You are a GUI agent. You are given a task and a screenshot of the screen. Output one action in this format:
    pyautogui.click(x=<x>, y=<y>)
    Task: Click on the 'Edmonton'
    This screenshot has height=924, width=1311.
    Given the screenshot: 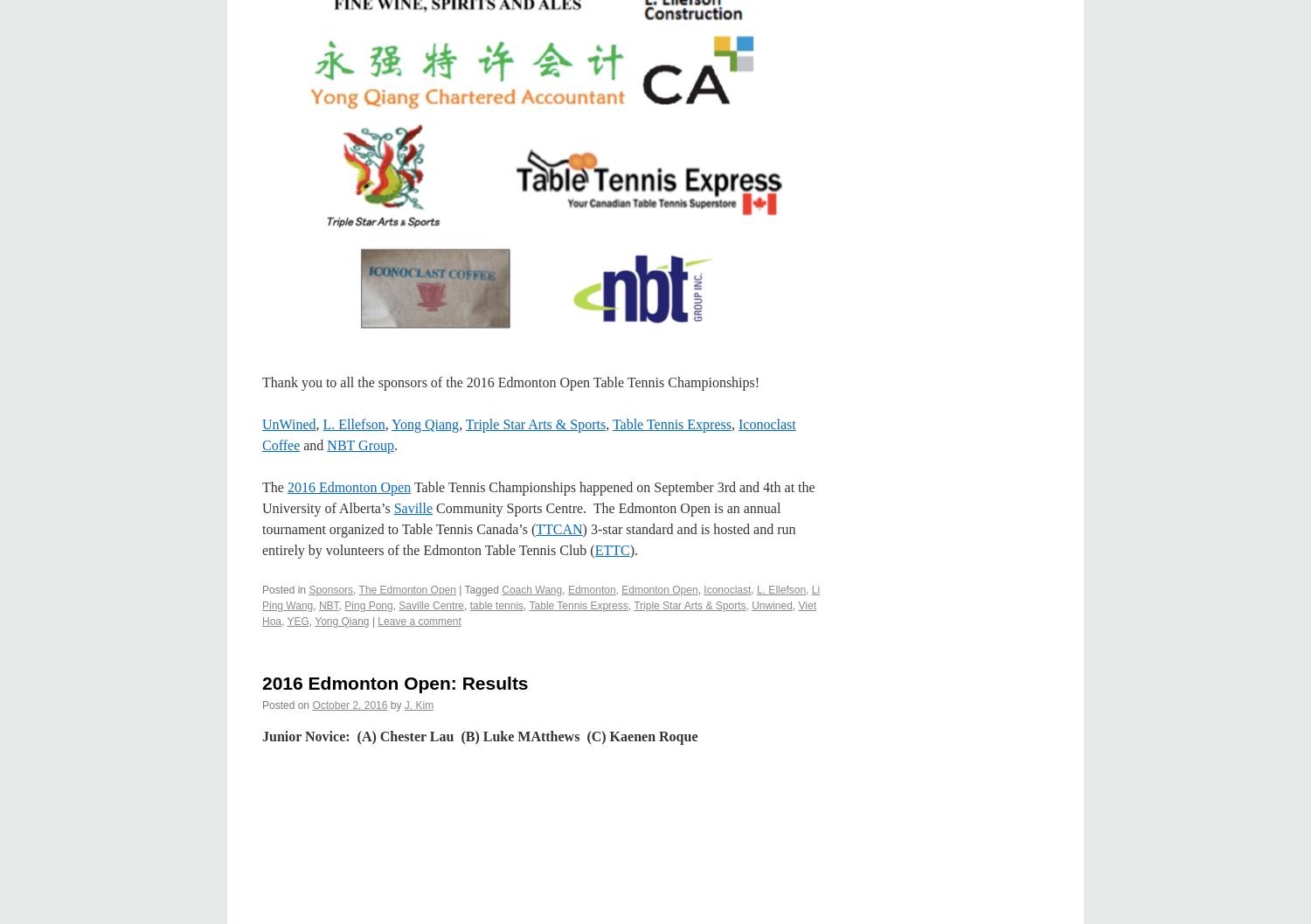 What is the action you would take?
    pyautogui.click(x=591, y=589)
    